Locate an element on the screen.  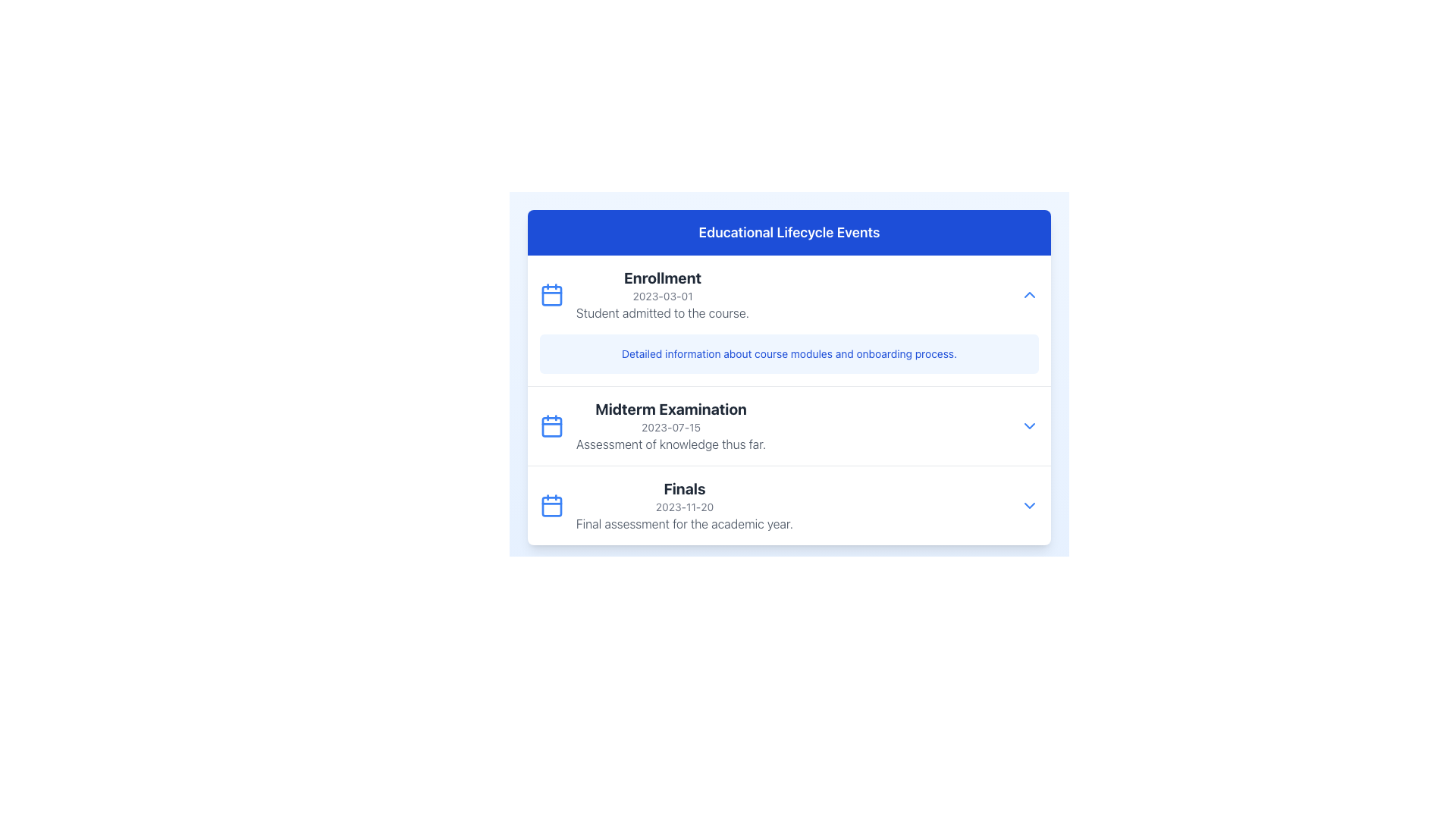
the collapsible toggle button located at the far-right of the 'Enrollment' section for accessibility navigation is located at coordinates (1030, 295).